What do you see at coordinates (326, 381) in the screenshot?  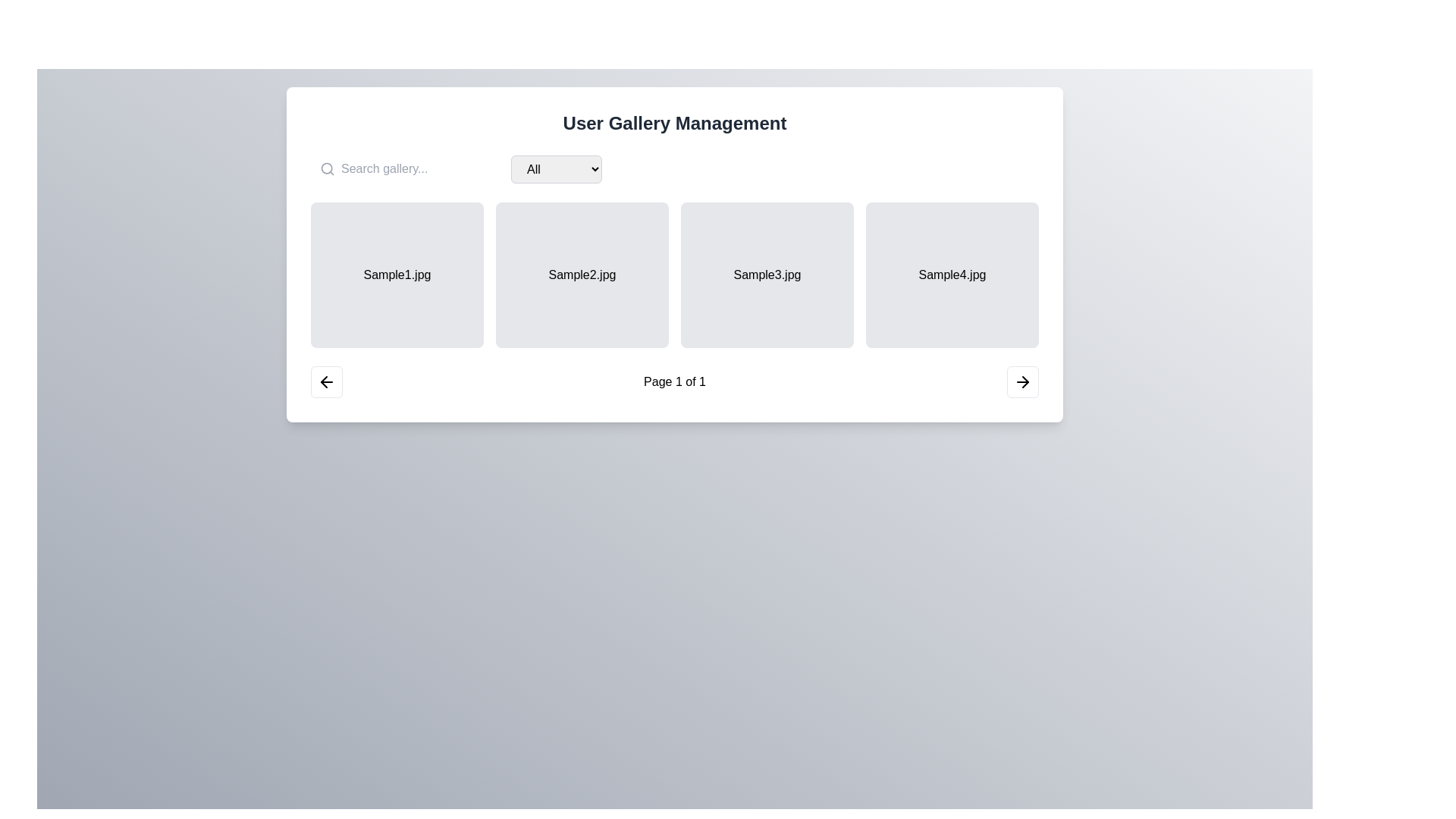 I see `the left-arrow icon, which serves as the backward navigation button in the gallery pagination controls, located in the bottom-left corner of the interface` at bounding box center [326, 381].